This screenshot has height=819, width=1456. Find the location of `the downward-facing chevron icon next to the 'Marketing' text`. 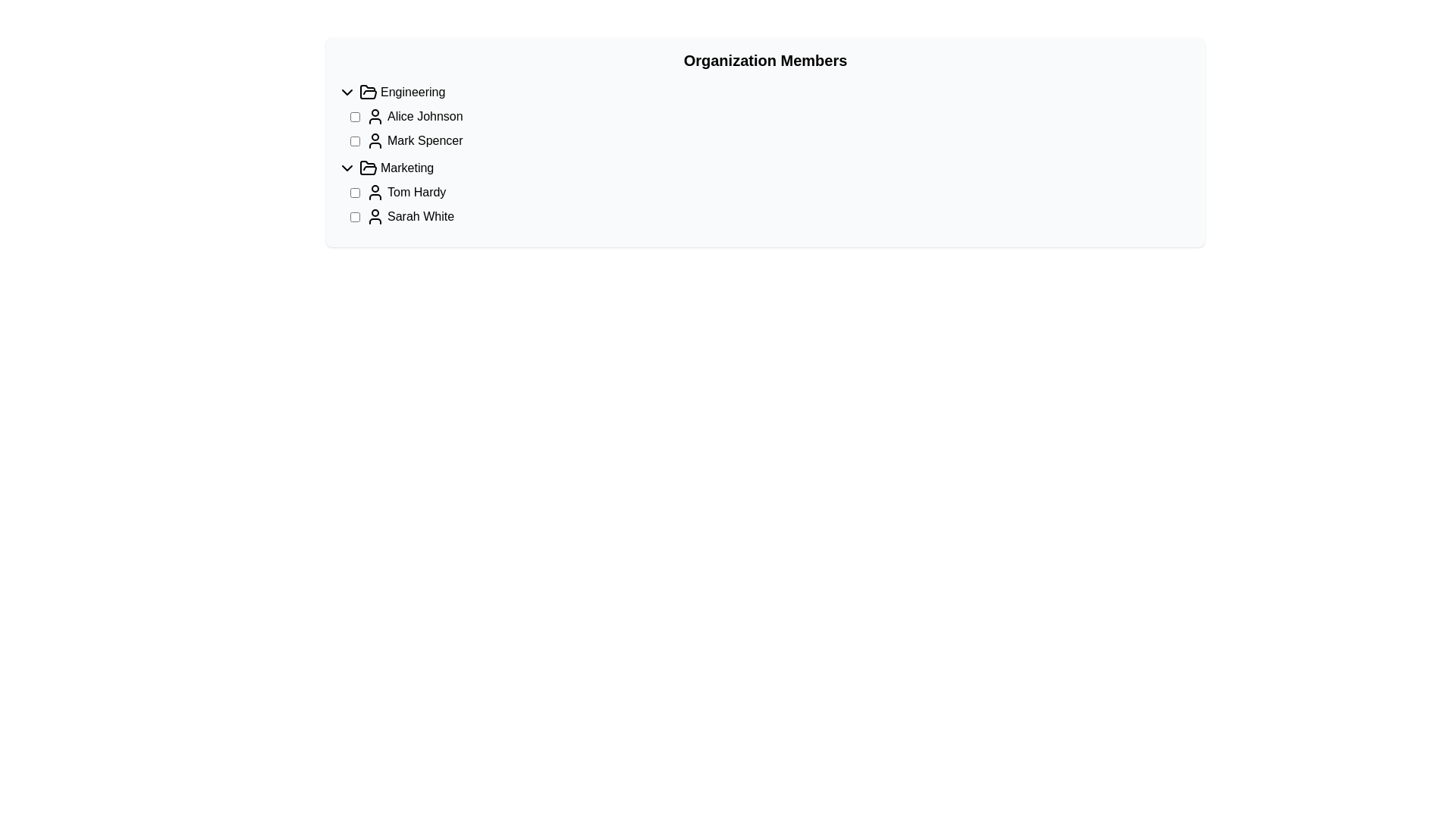

the downward-facing chevron icon next to the 'Marketing' text is located at coordinates (346, 168).